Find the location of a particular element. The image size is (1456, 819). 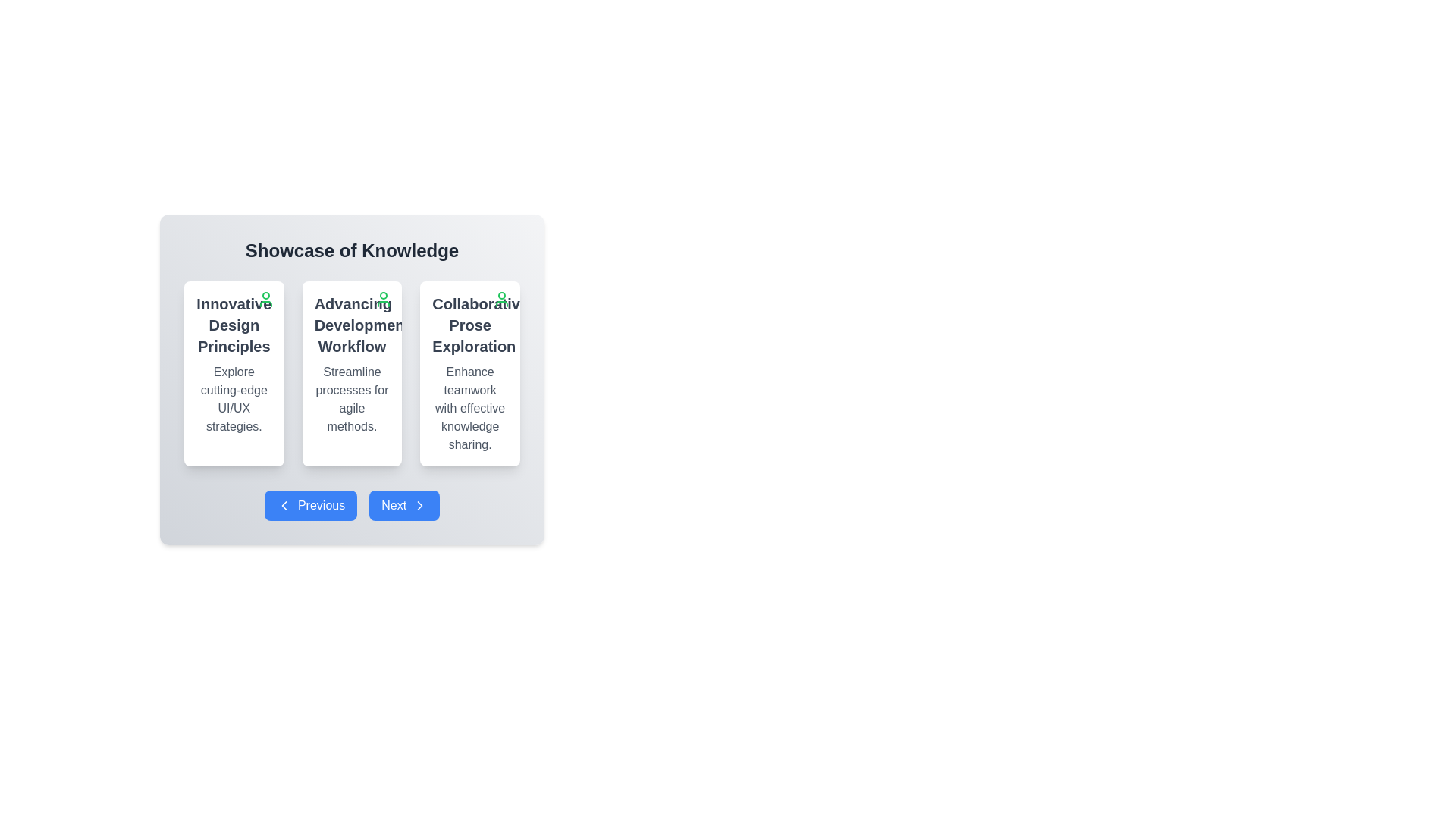

the rectangular button with a blue background and white text that reads 'Previous', featuring a leftward-pointing chevron icon is located at coordinates (310, 506).